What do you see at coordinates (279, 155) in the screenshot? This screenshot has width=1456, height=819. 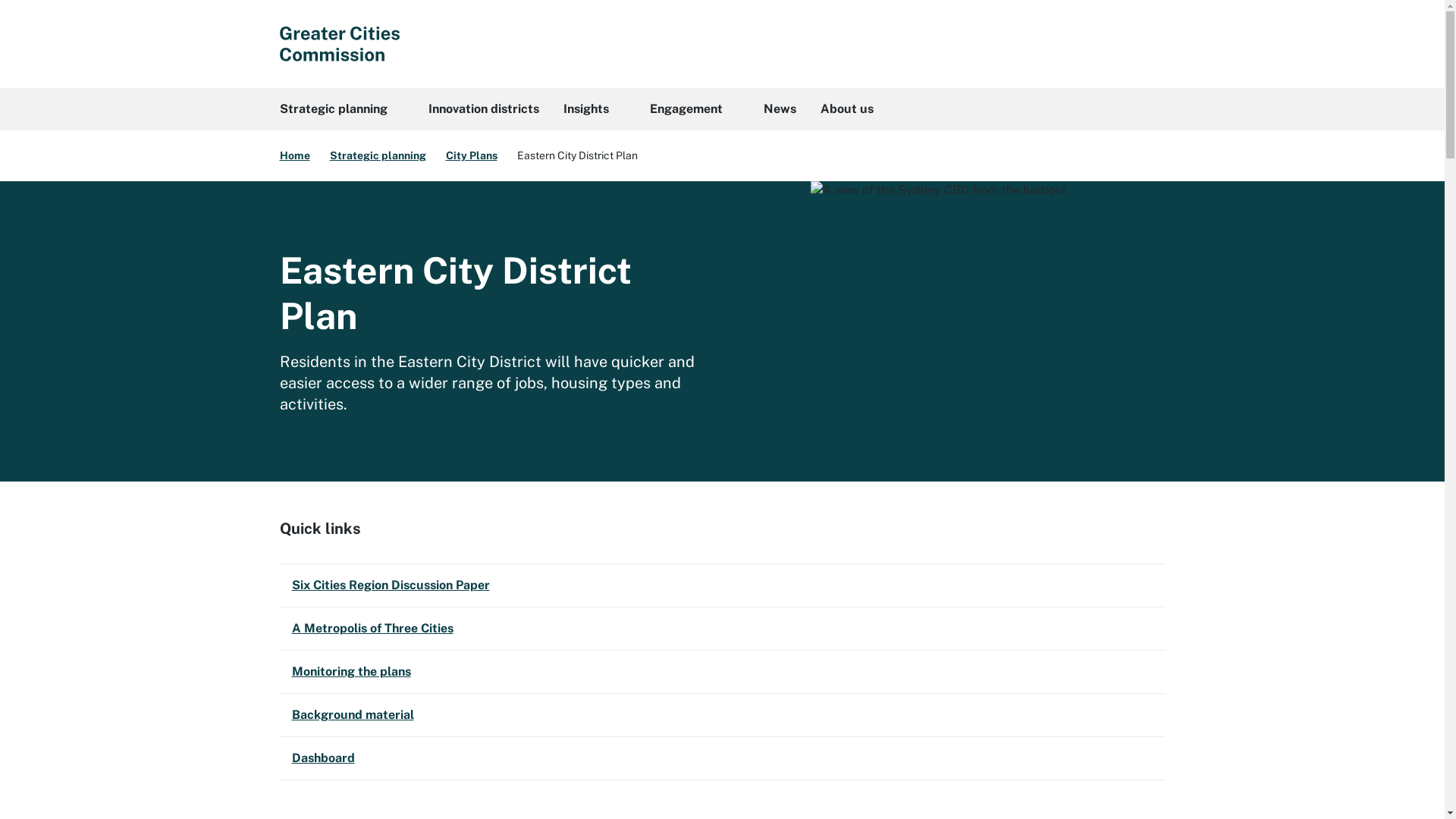 I see `'Home'` at bounding box center [279, 155].